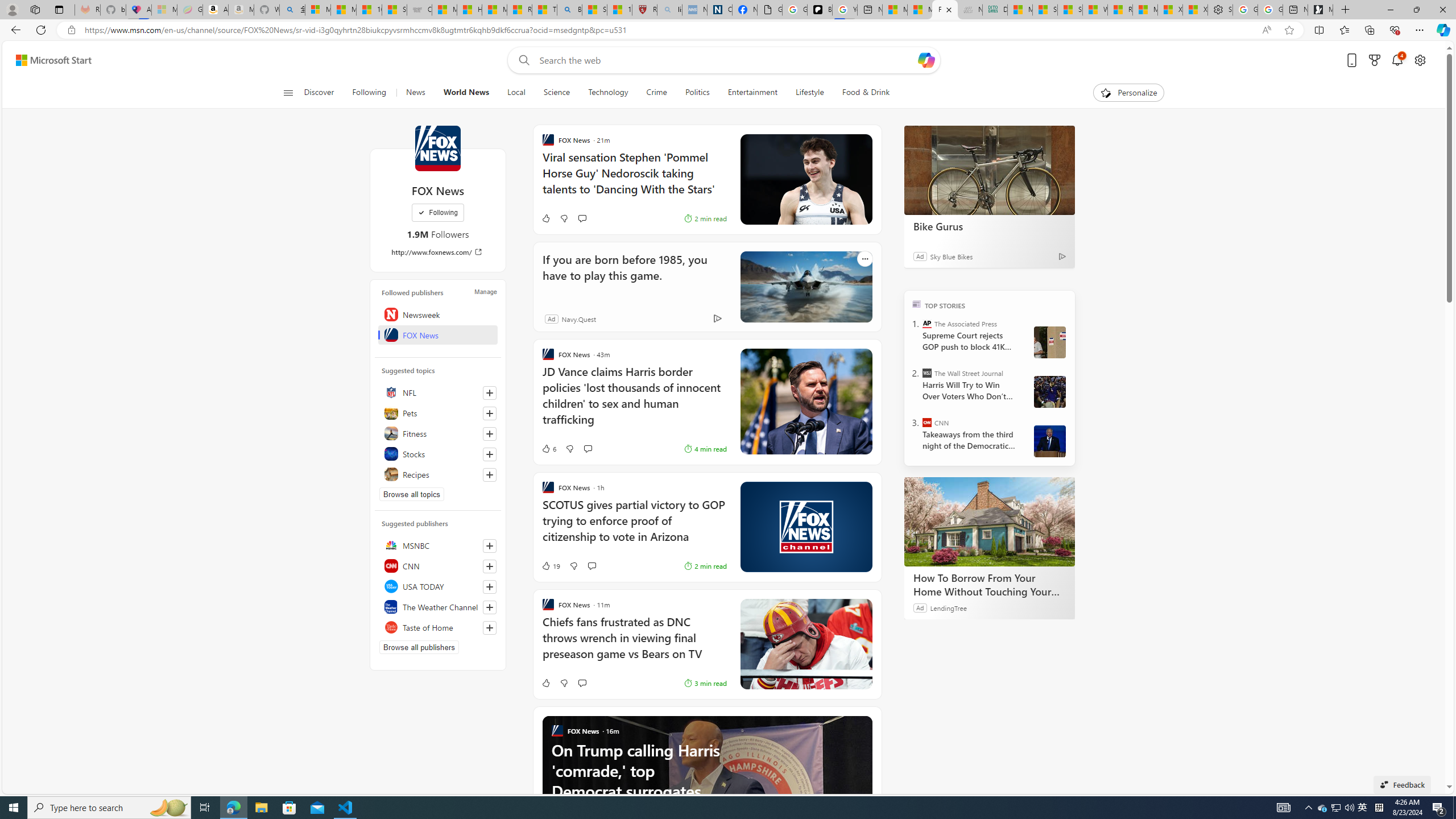 The height and width of the screenshot is (819, 1456). What do you see at coordinates (819, 9) in the screenshot?
I see `'Be Smart | creating Science videos | Patreon'` at bounding box center [819, 9].